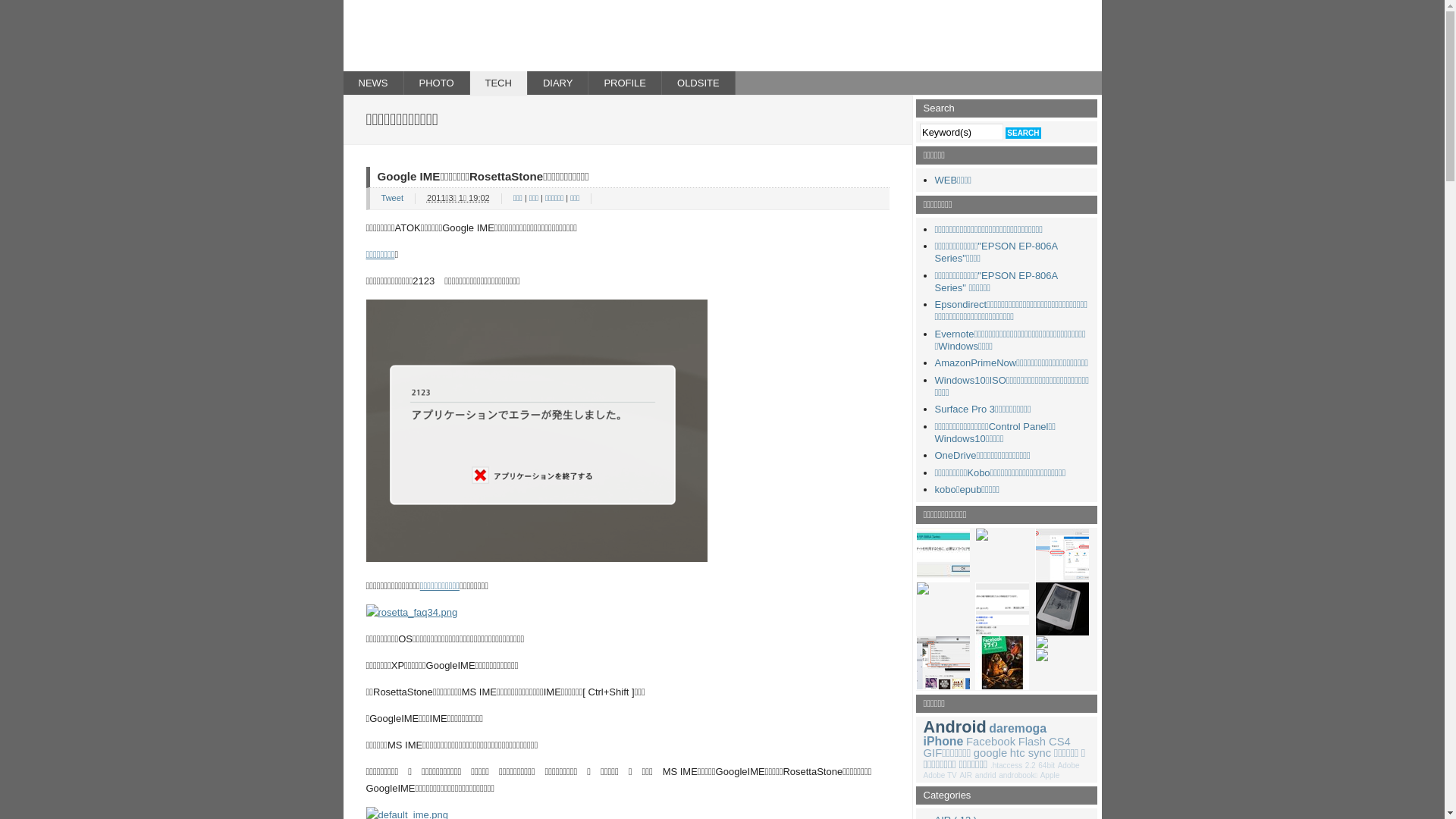 The image size is (1456, 819). I want to click on 'AIR', so click(965, 775).